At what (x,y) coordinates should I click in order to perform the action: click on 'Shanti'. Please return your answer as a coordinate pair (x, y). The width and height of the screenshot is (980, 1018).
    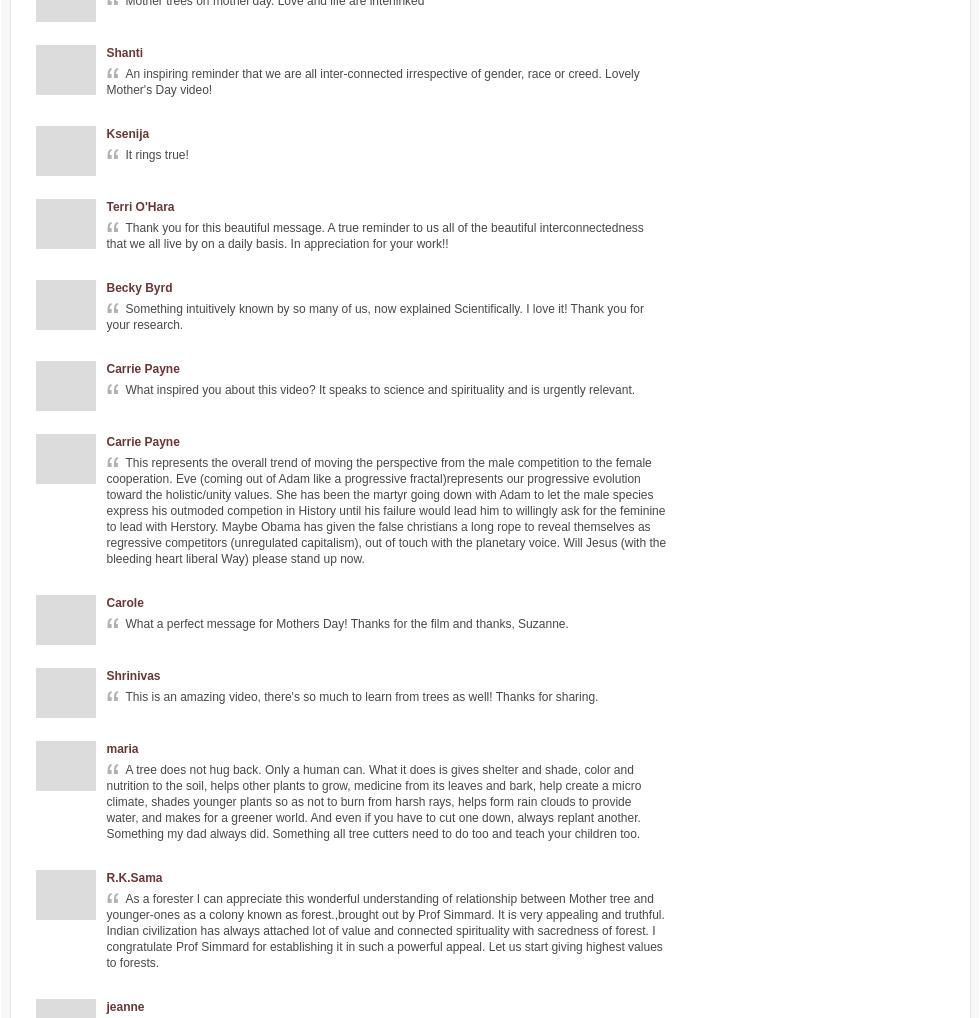
    Looking at the image, I should click on (123, 53).